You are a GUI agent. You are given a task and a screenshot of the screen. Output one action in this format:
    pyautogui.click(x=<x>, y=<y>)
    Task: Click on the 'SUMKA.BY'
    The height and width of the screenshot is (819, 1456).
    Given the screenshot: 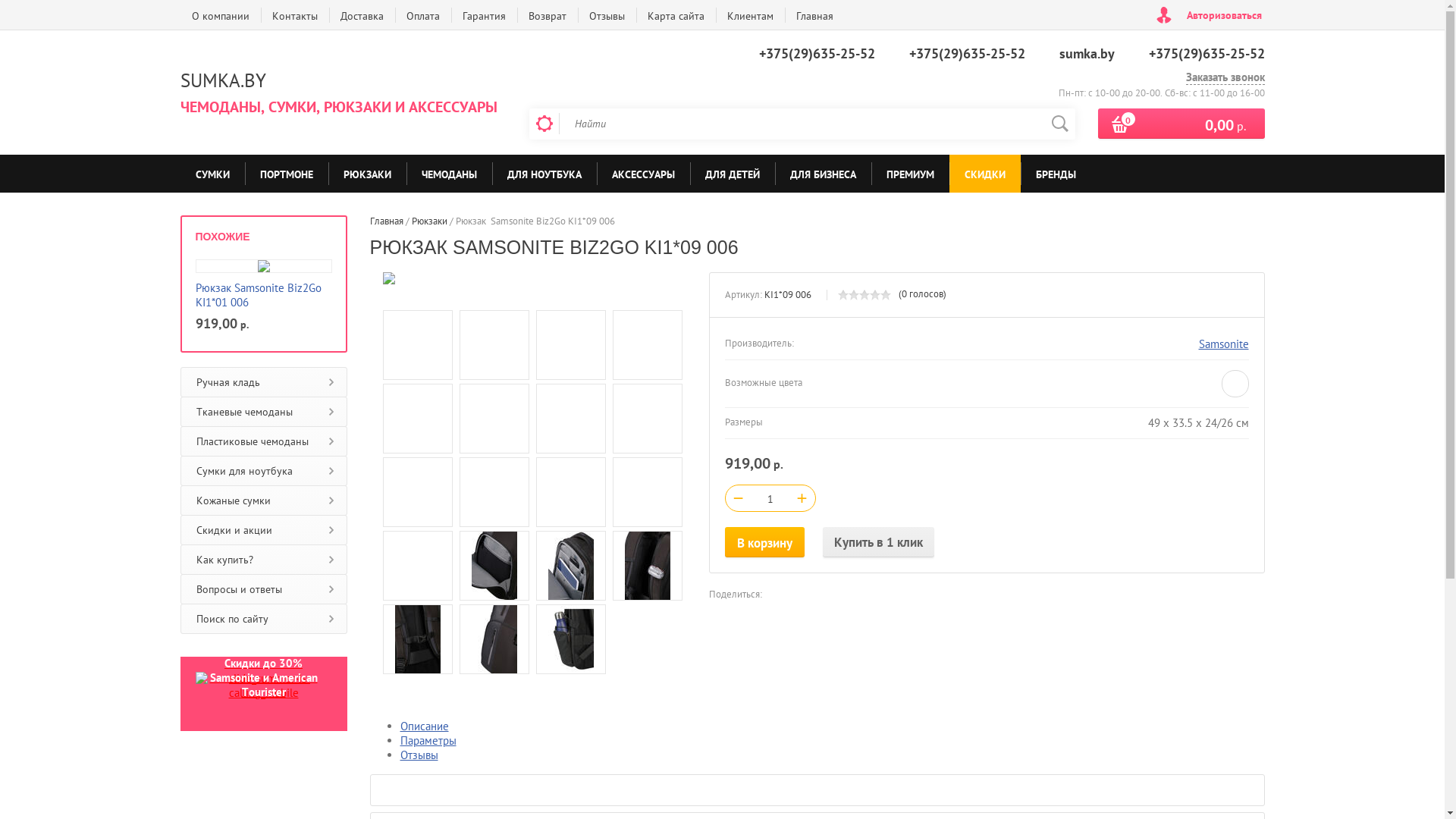 What is the action you would take?
    pyautogui.click(x=222, y=80)
    